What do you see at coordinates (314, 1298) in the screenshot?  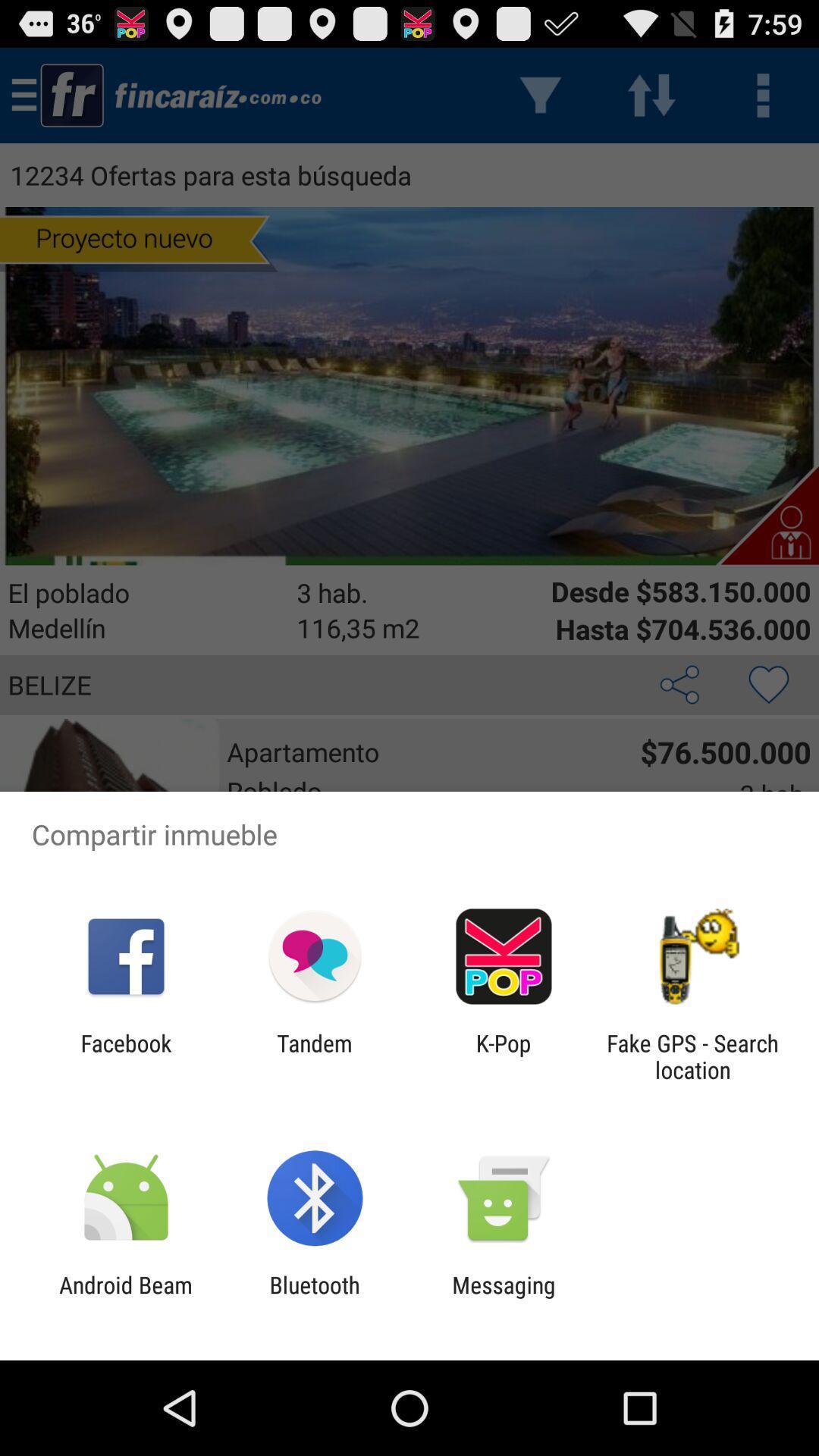 I see `icon to the left of messaging` at bounding box center [314, 1298].